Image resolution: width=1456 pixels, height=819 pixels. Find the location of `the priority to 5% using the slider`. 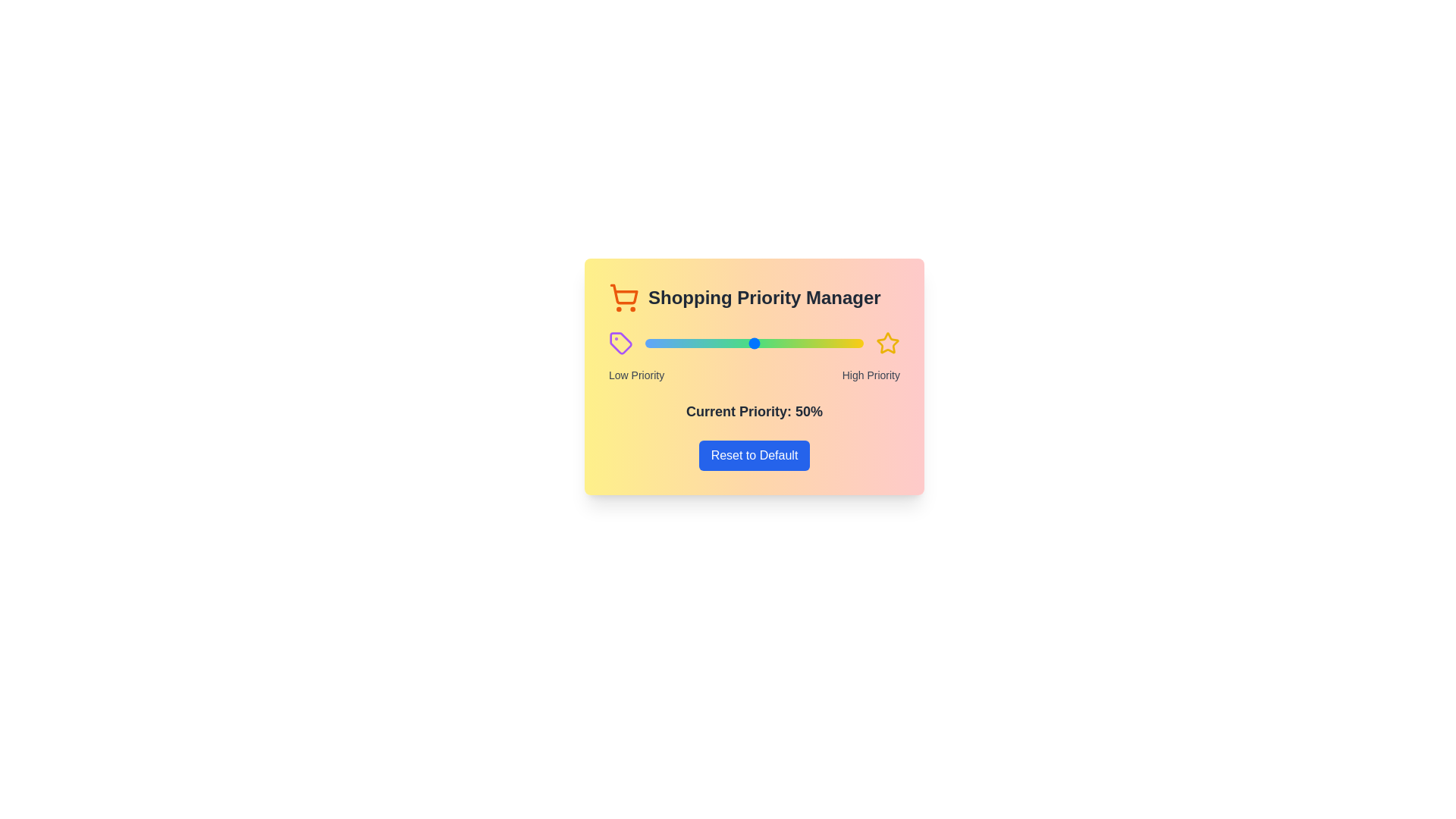

the priority to 5% using the slider is located at coordinates (656, 343).